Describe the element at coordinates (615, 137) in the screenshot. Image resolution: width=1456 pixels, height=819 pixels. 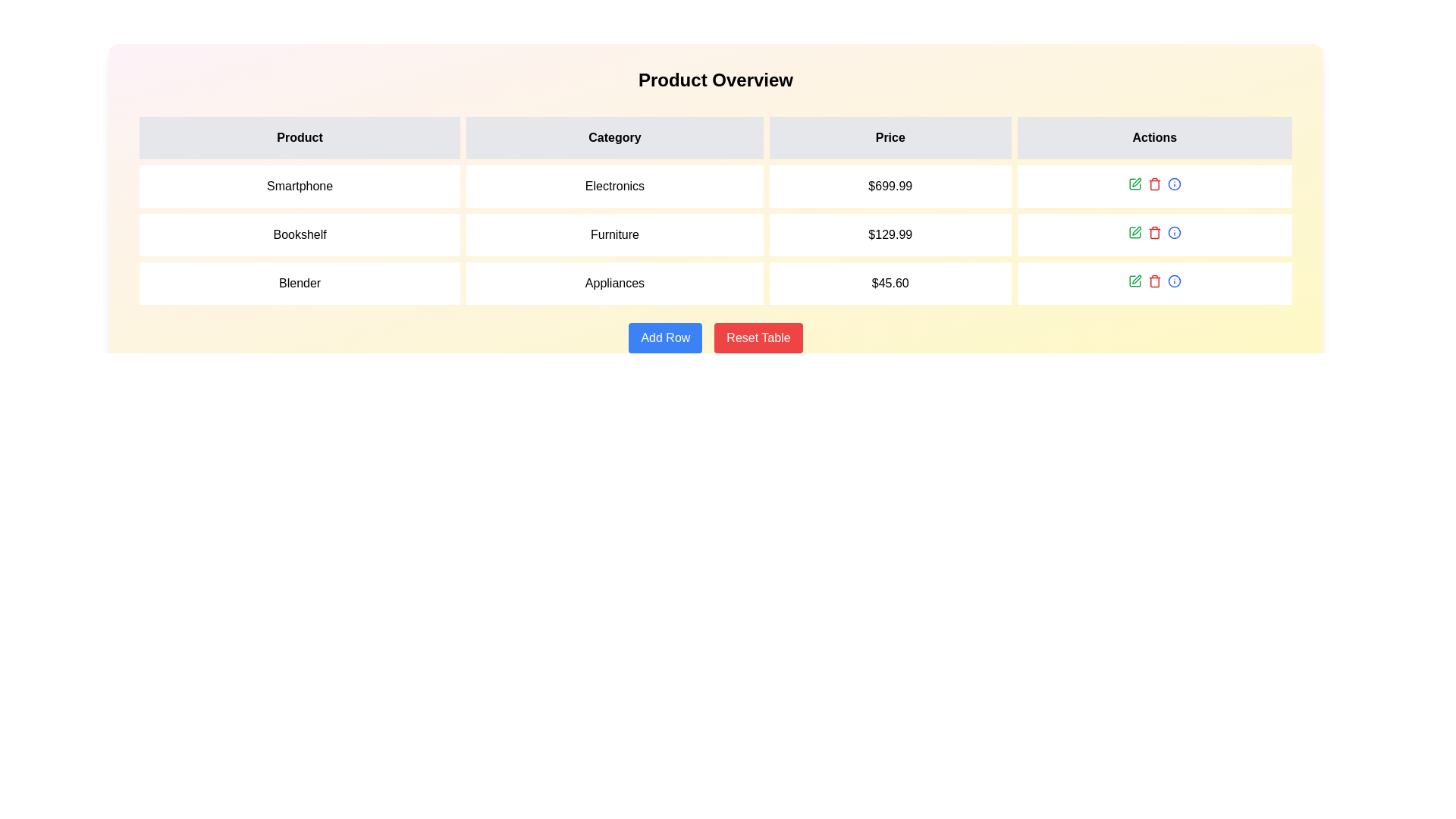
I see `text of the 'Category' label located in the header row of the table, positioned between 'Product' and 'Price'` at that location.